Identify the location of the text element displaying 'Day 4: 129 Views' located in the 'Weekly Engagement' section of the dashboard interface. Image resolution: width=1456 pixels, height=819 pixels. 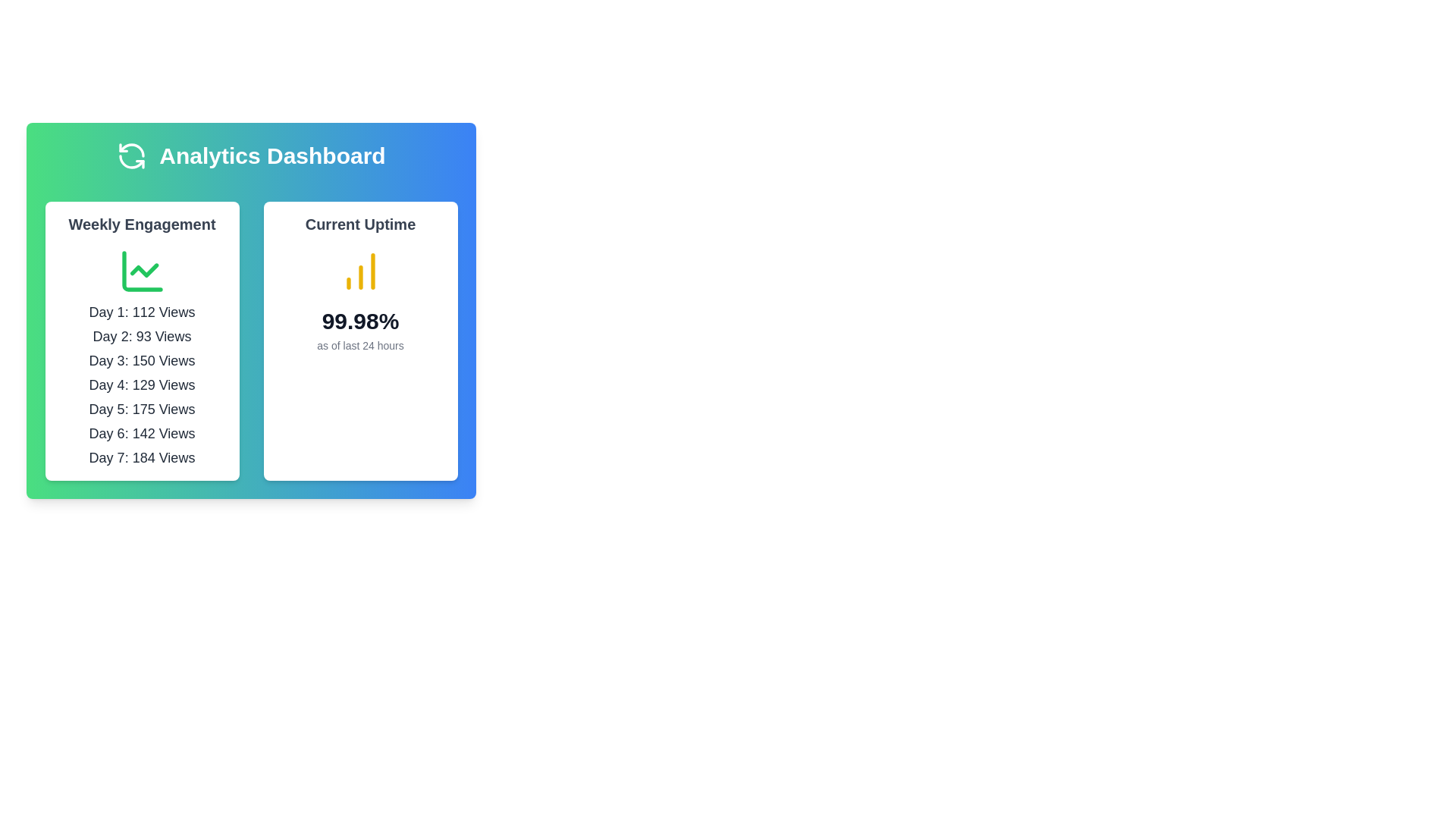
(142, 384).